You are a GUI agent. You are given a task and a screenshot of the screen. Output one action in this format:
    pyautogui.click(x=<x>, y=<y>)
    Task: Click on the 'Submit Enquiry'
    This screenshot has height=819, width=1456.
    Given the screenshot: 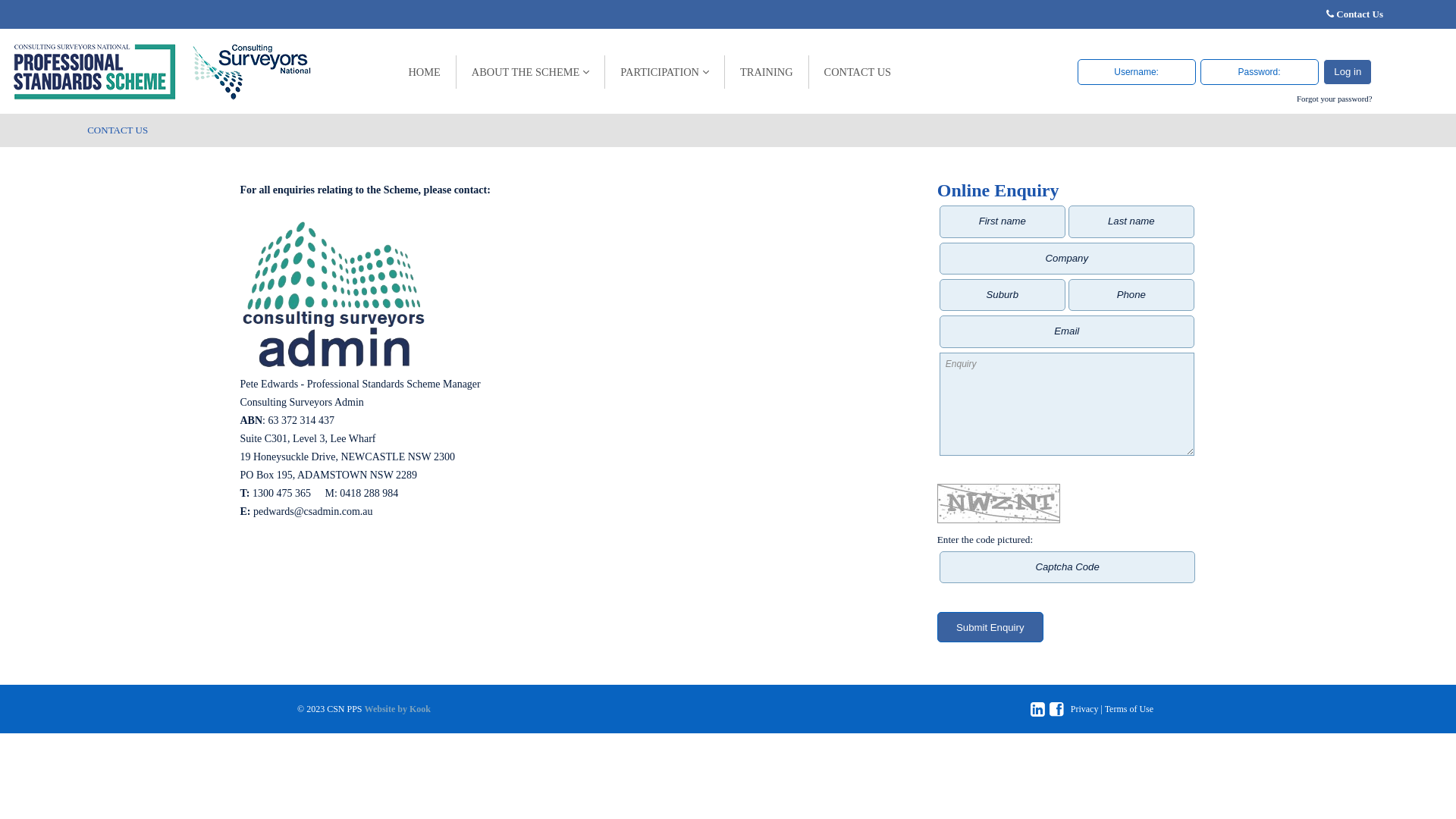 What is the action you would take?
    pyautogui.click(x=990, y=626)
    